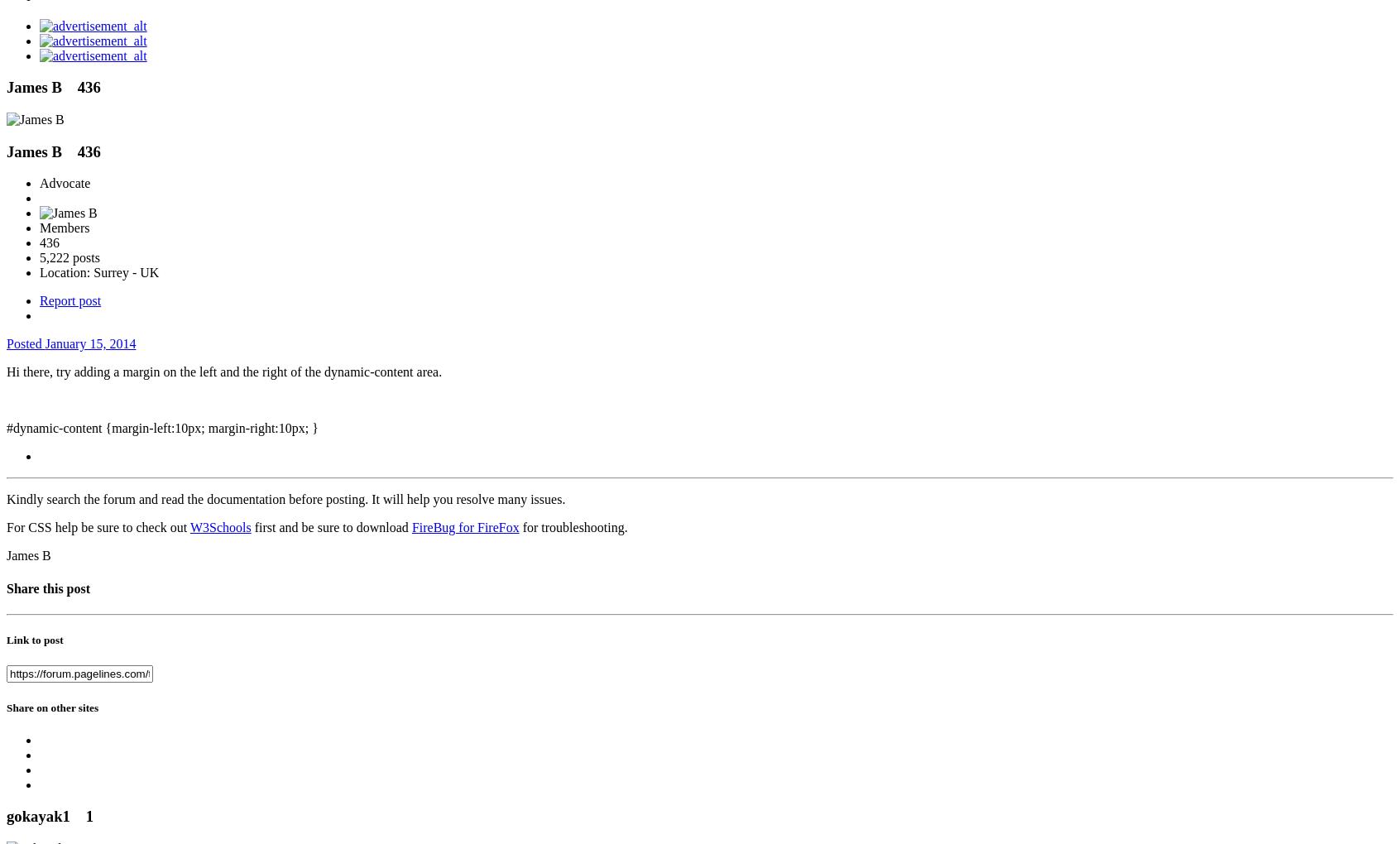 The height and width of the screenshot is (844, 1400). What do you see at coordinates (161, 427) in the screenshot?
I see `'#dynamic-content {margin-left:10px; margin-right:10px; }'` at bounding box center [161, 427].